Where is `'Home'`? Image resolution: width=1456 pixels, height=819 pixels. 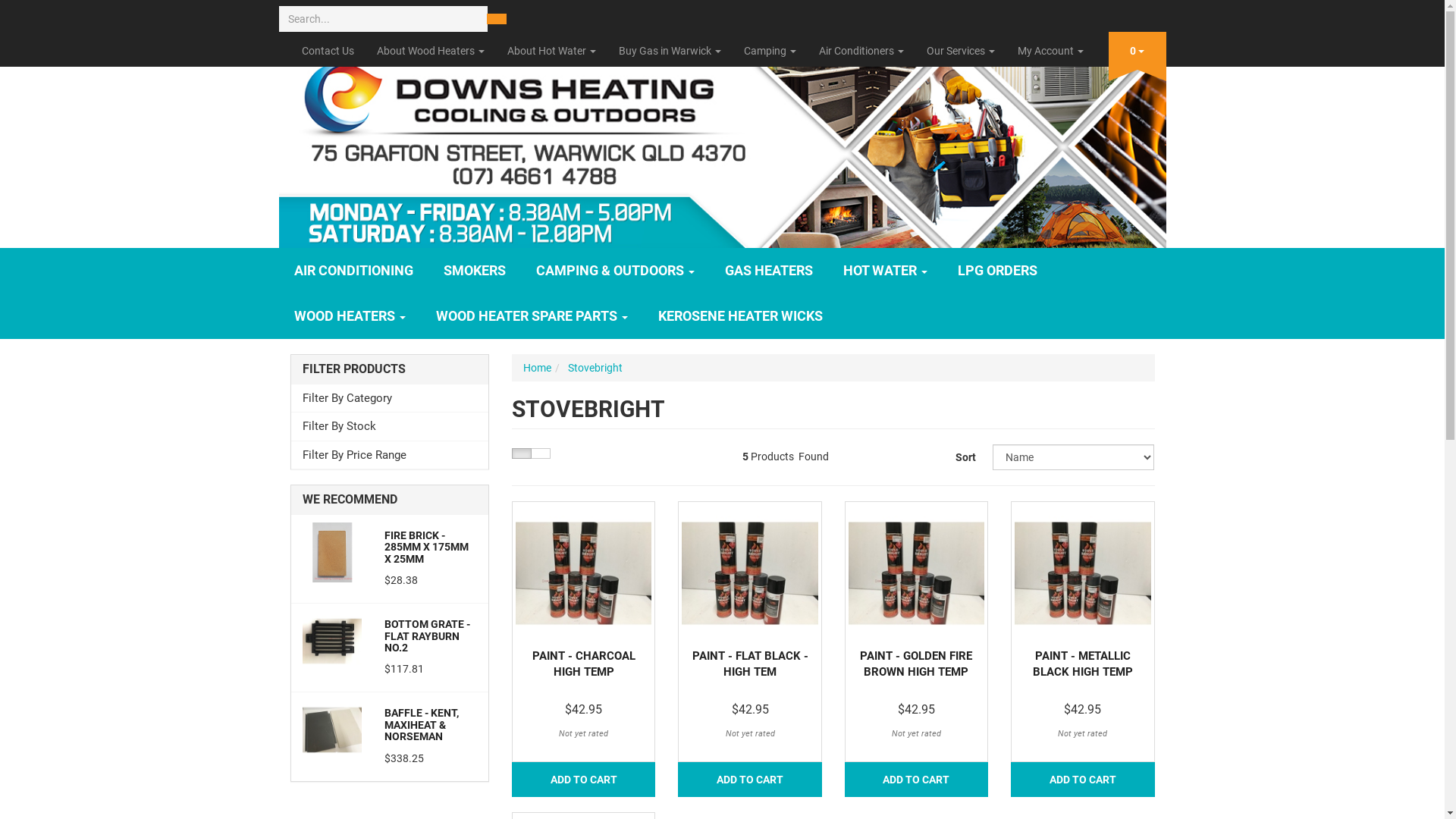 'Home' is located at coordinates (537, 368).